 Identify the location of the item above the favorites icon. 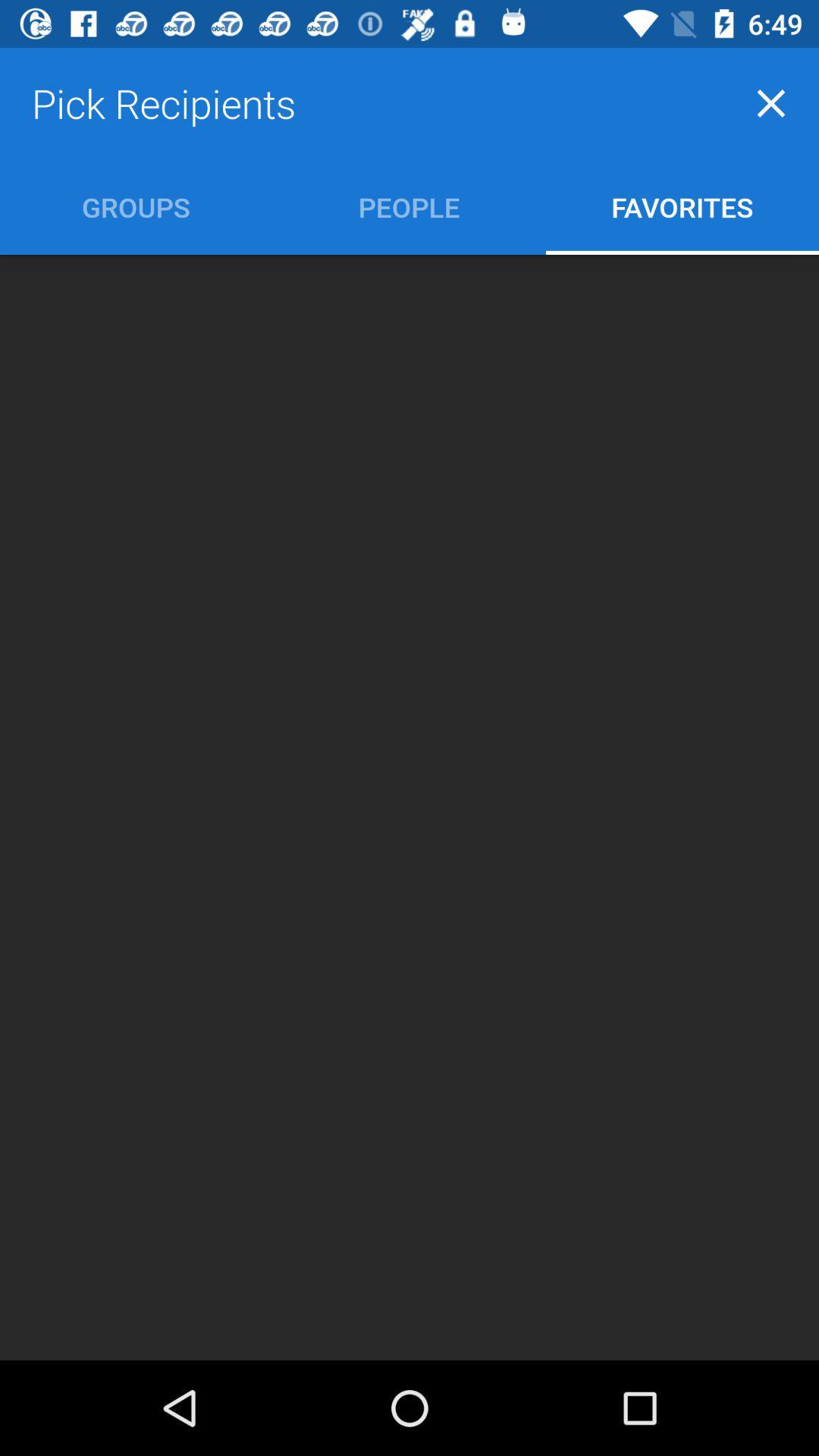
(771, 102).